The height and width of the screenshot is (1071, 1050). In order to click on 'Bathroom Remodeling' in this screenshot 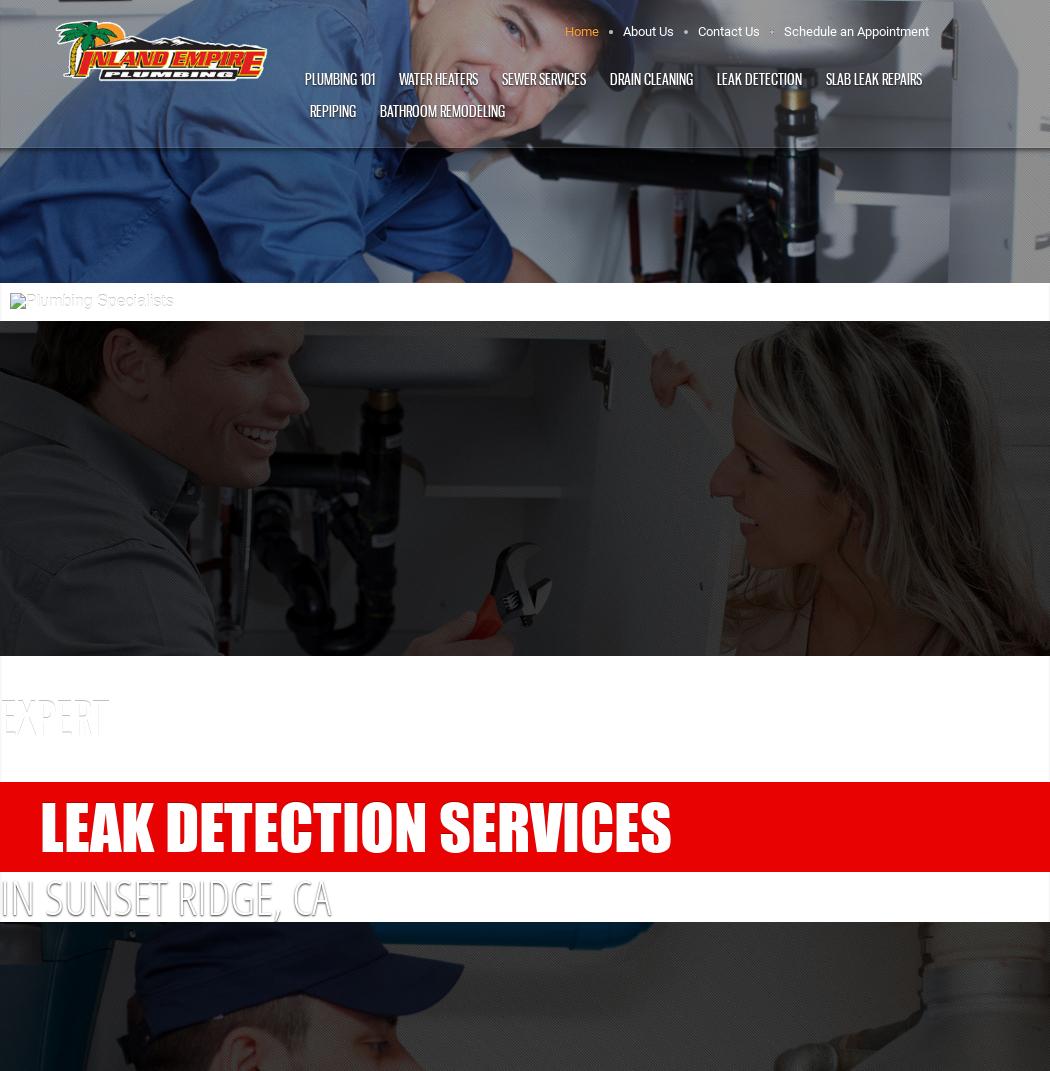, I will do `click(440, 110)`.